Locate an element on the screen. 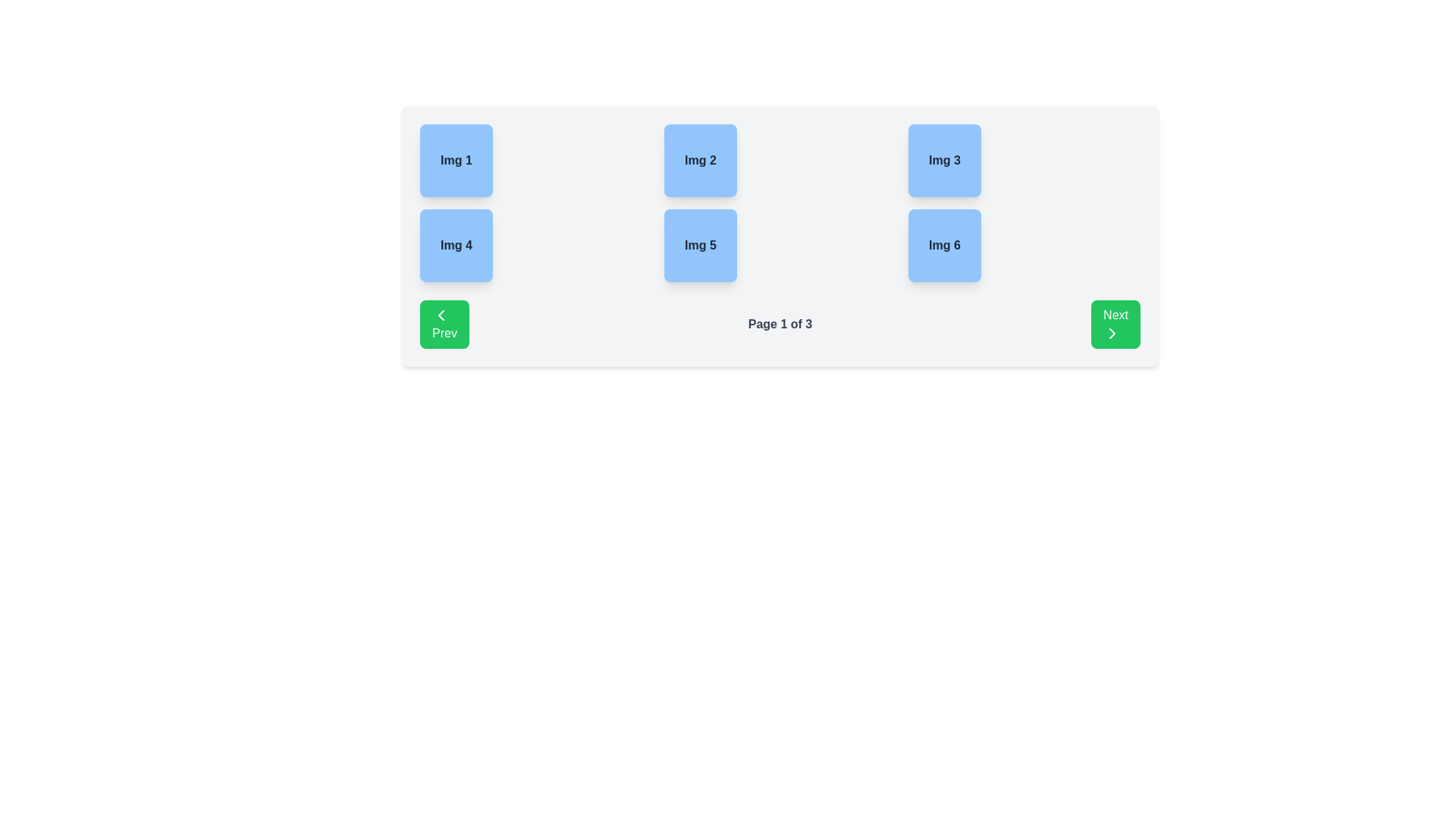 The width and height of the screenshot is (1456, 819). the centered pagination control displaying 'Page 1 of 3', located between the 'Prev' and 'Next' buttons is located at coordinates (780, 324).